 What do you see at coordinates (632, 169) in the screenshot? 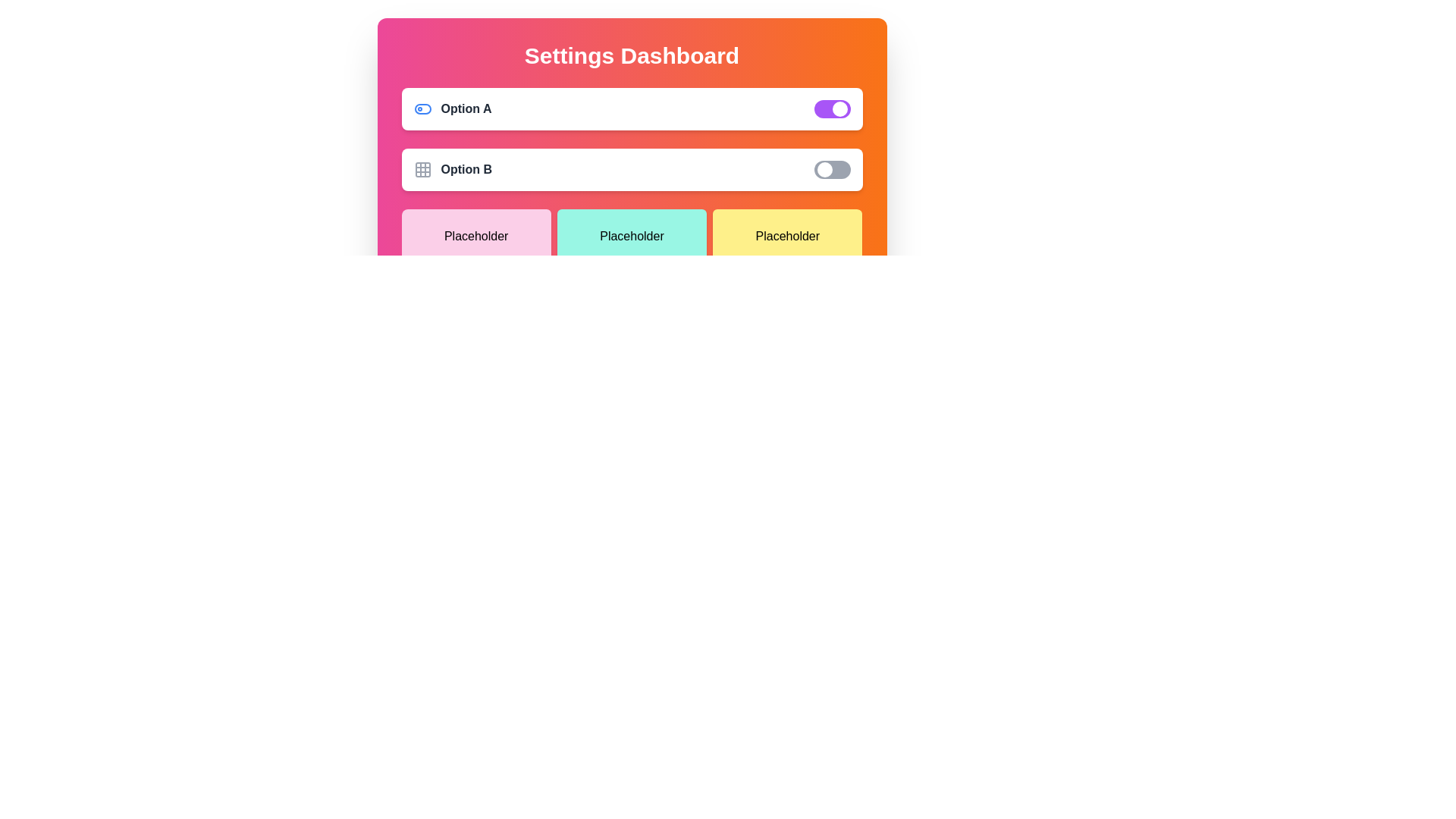
I see `the toggleable option labeled 'Option B'` at bounding box center [632, 169].